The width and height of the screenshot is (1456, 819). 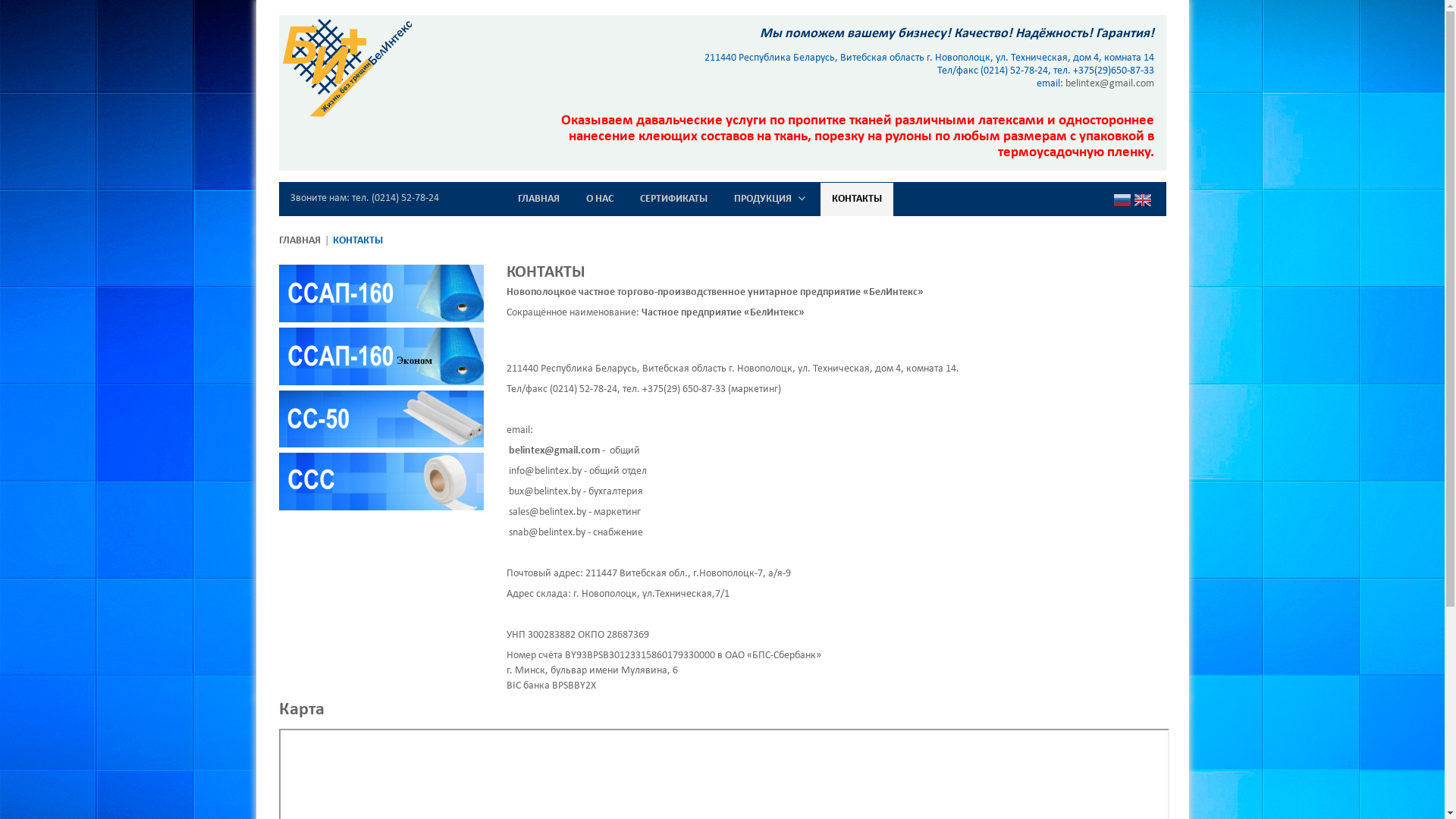 What do you see at coordinates (1109, 83) in the screenshot?
I see `'belintex@gmail.com'` at bounding box center [1109, 83].